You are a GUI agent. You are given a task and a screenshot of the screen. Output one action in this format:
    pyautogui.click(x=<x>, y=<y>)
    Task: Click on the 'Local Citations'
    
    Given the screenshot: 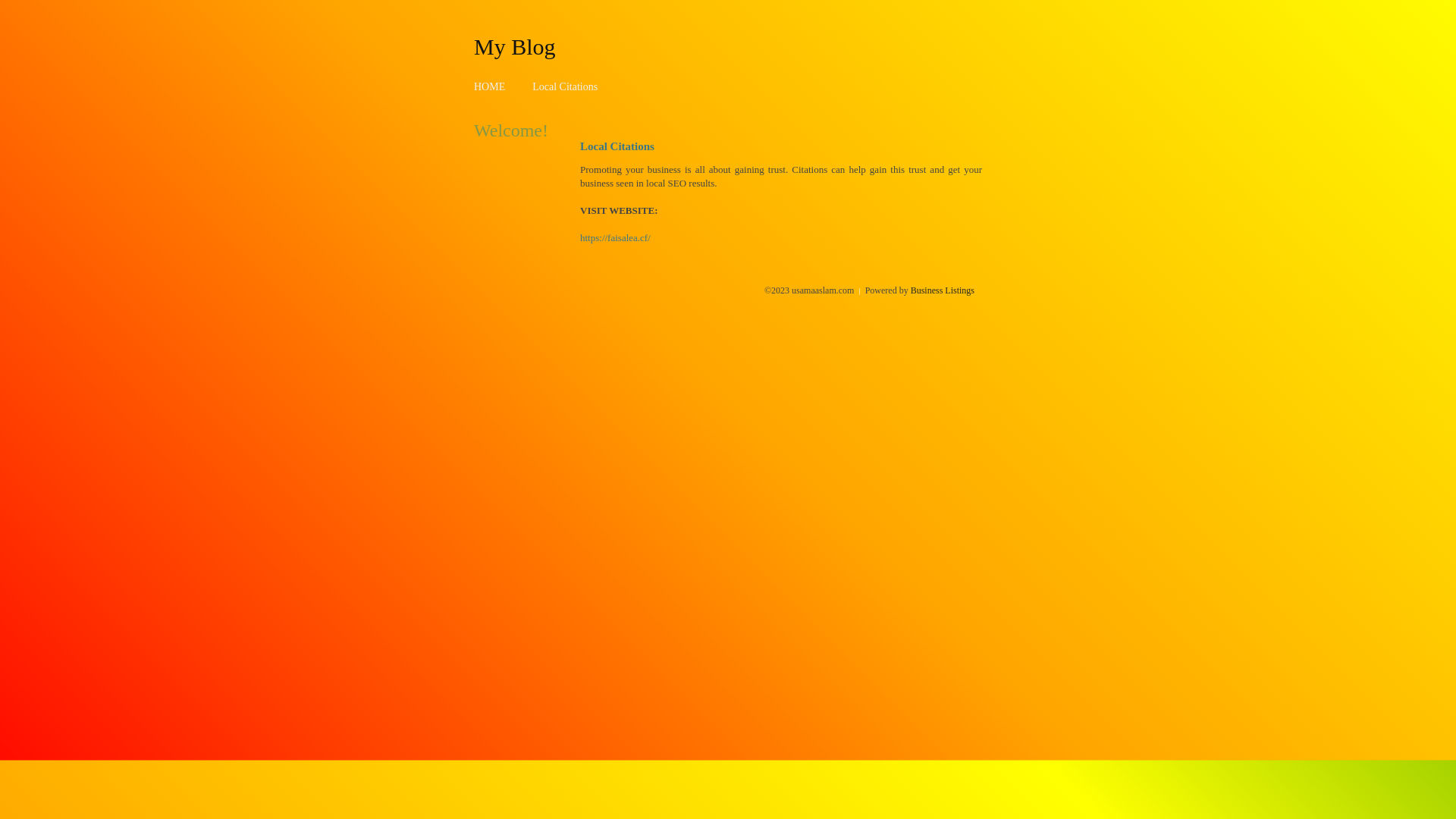 What is the action you would take?
    pyautogui.click(x=563, y=86)
    